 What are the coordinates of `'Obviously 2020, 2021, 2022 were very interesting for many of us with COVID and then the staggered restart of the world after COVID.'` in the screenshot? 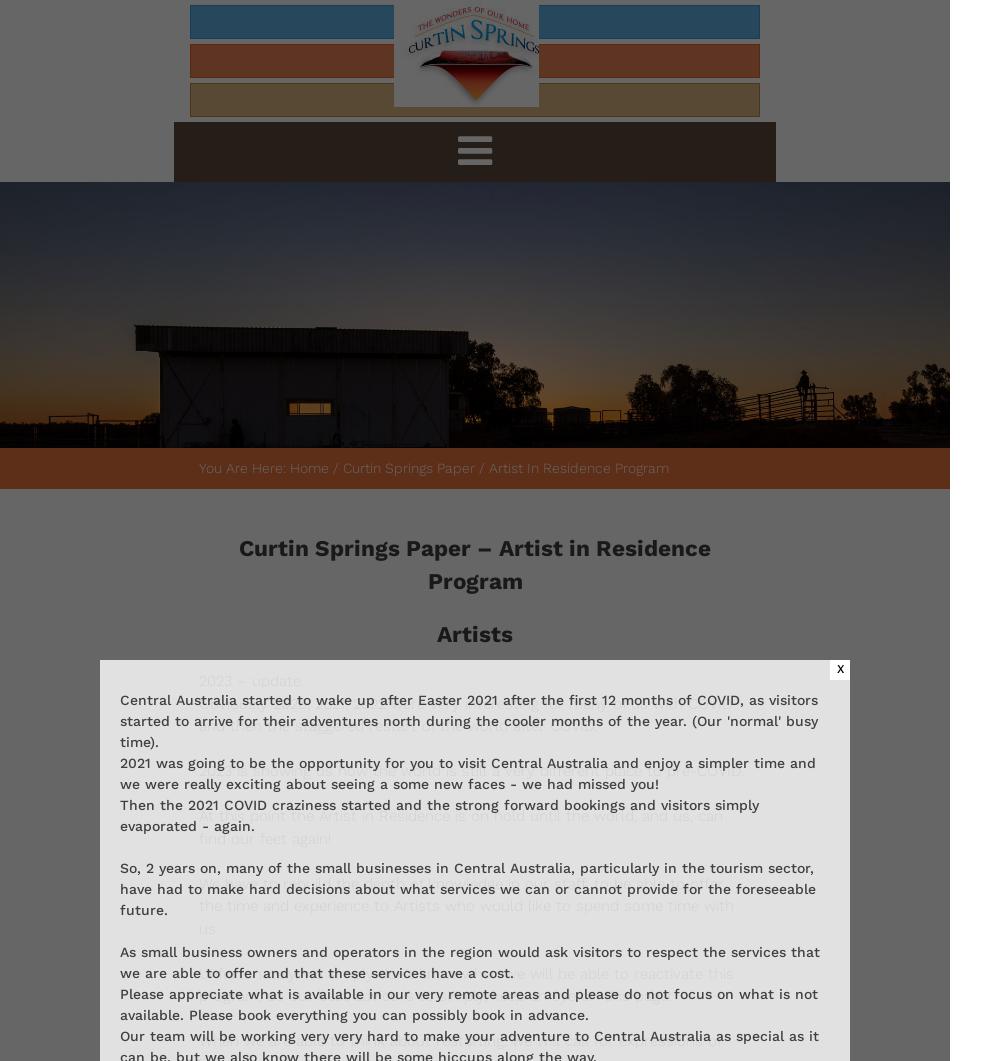 It's located at (464, 714).